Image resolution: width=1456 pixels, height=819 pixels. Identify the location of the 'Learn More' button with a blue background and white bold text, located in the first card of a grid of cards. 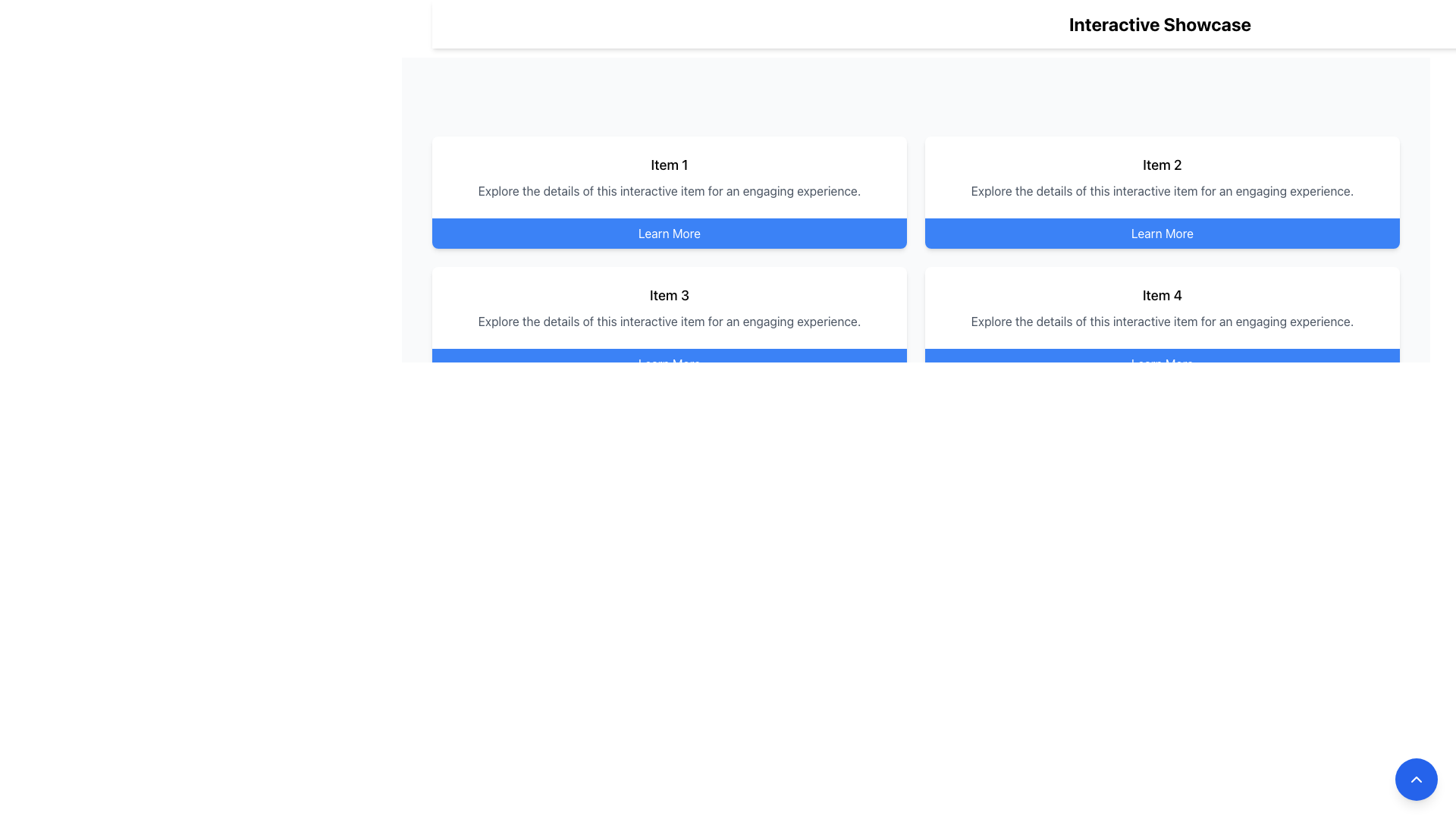
(669, 234).